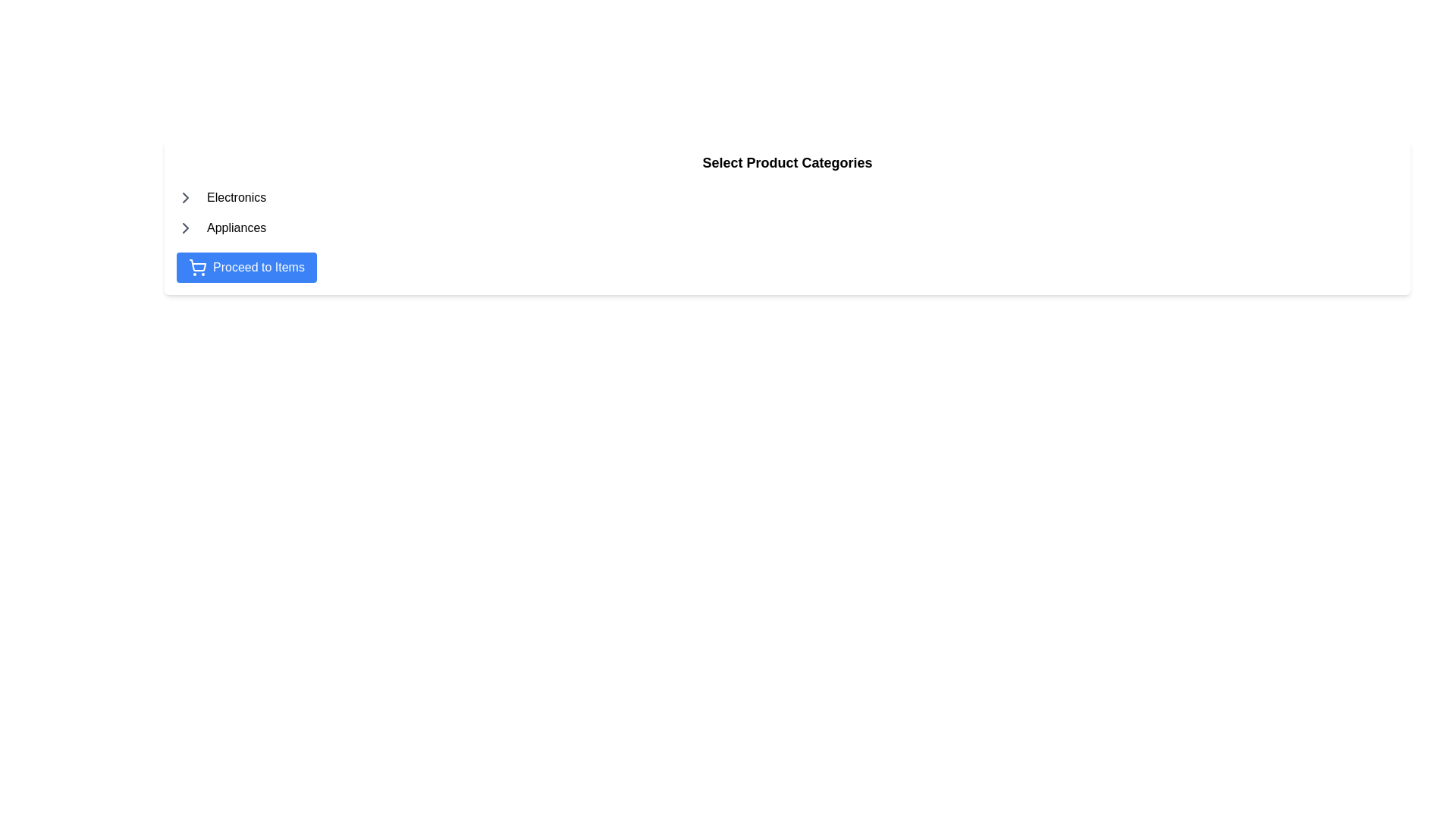 This screenshot has width=1456, height=819. What do you see at coordinates (787, 163) in the screenshot?
I see `text of the Label or Header that serves as a title for the section guiding the user about product categories` at bounding box center [787, 163].